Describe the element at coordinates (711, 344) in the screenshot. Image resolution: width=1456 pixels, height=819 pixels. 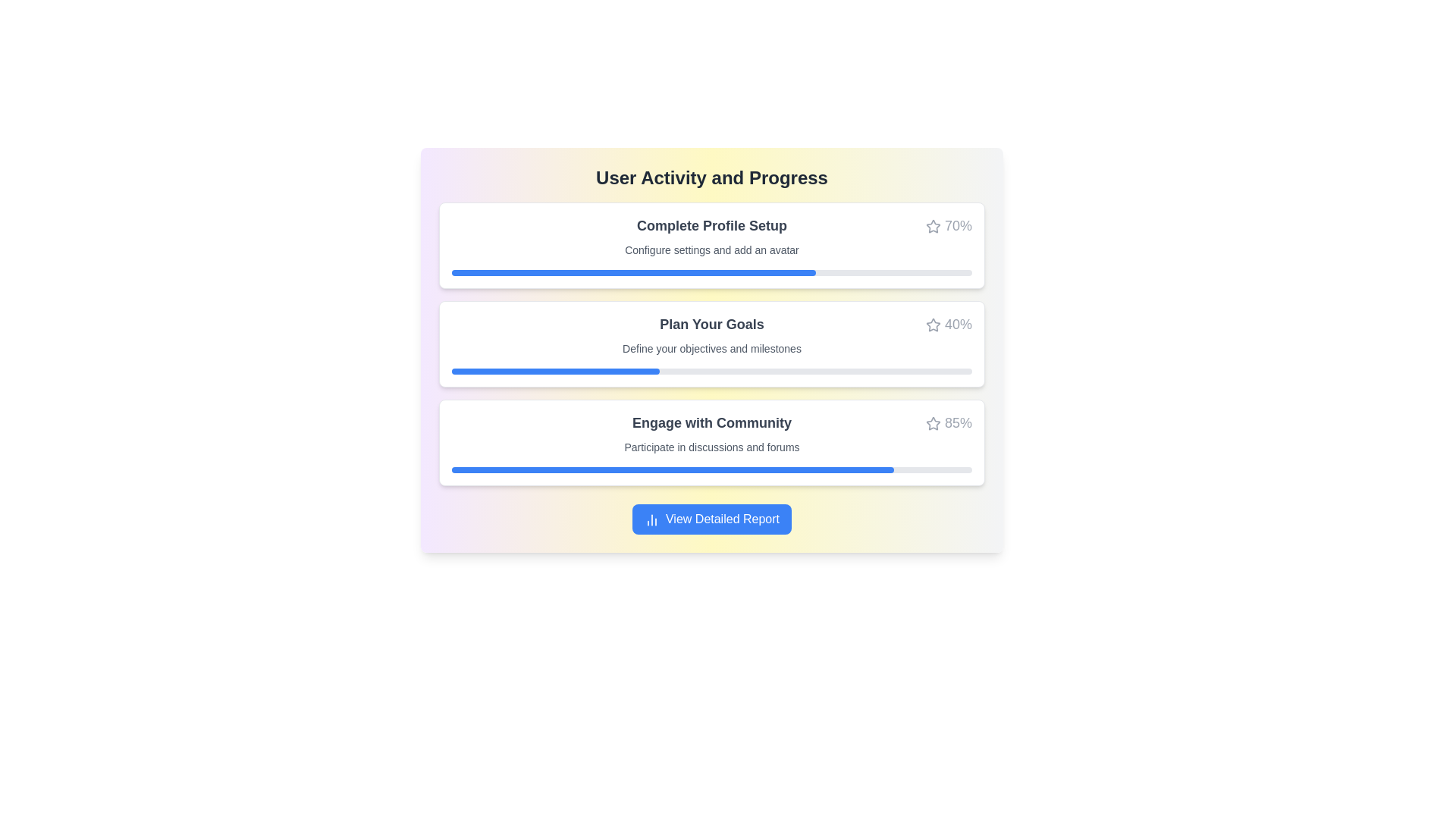
I see `title and details of the progress tracking card element, which is the second card in a vertical list, displaying completion percentage and progress status` at that location.